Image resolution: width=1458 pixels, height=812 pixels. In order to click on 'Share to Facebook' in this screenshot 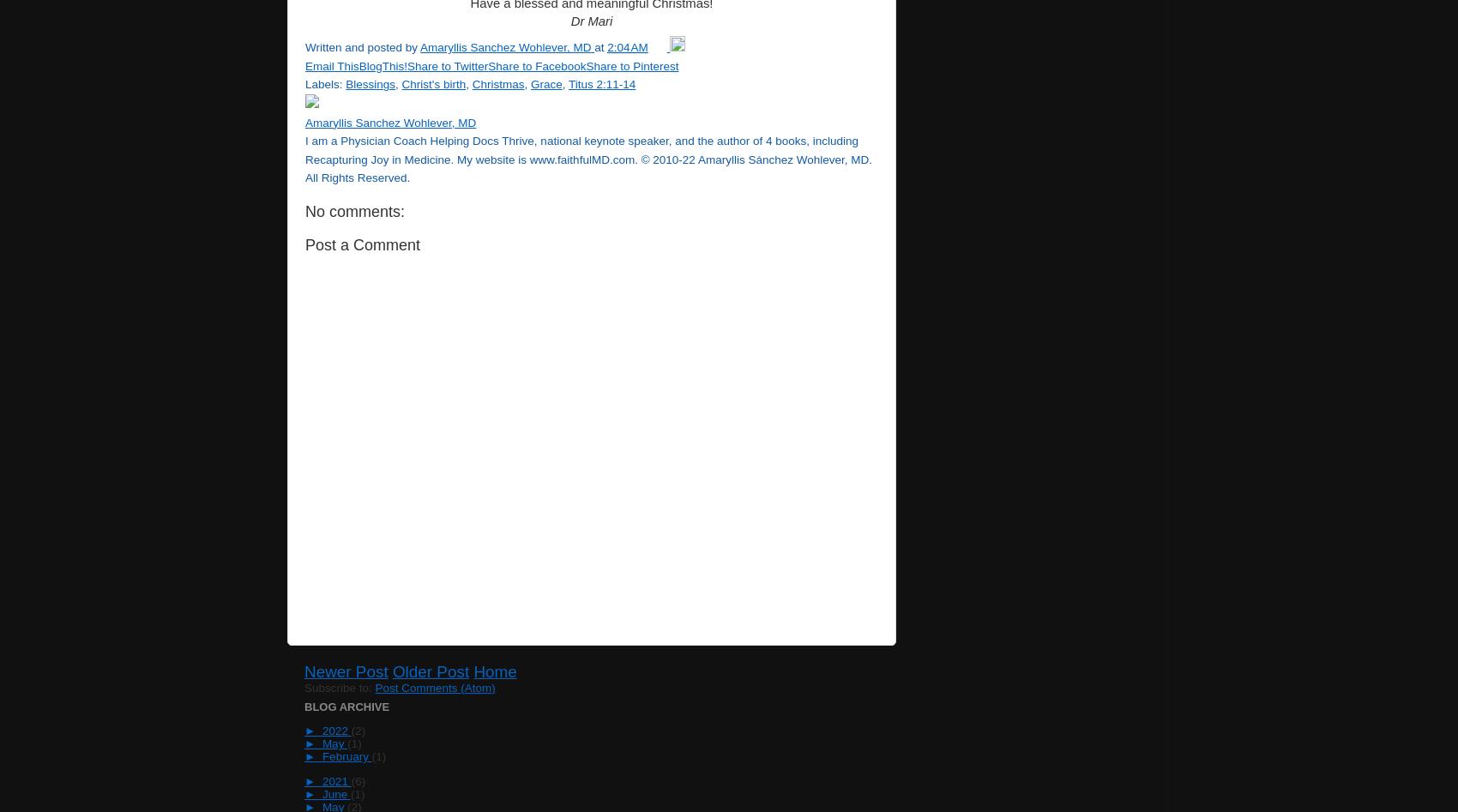, I will do `click(535, 65)`.